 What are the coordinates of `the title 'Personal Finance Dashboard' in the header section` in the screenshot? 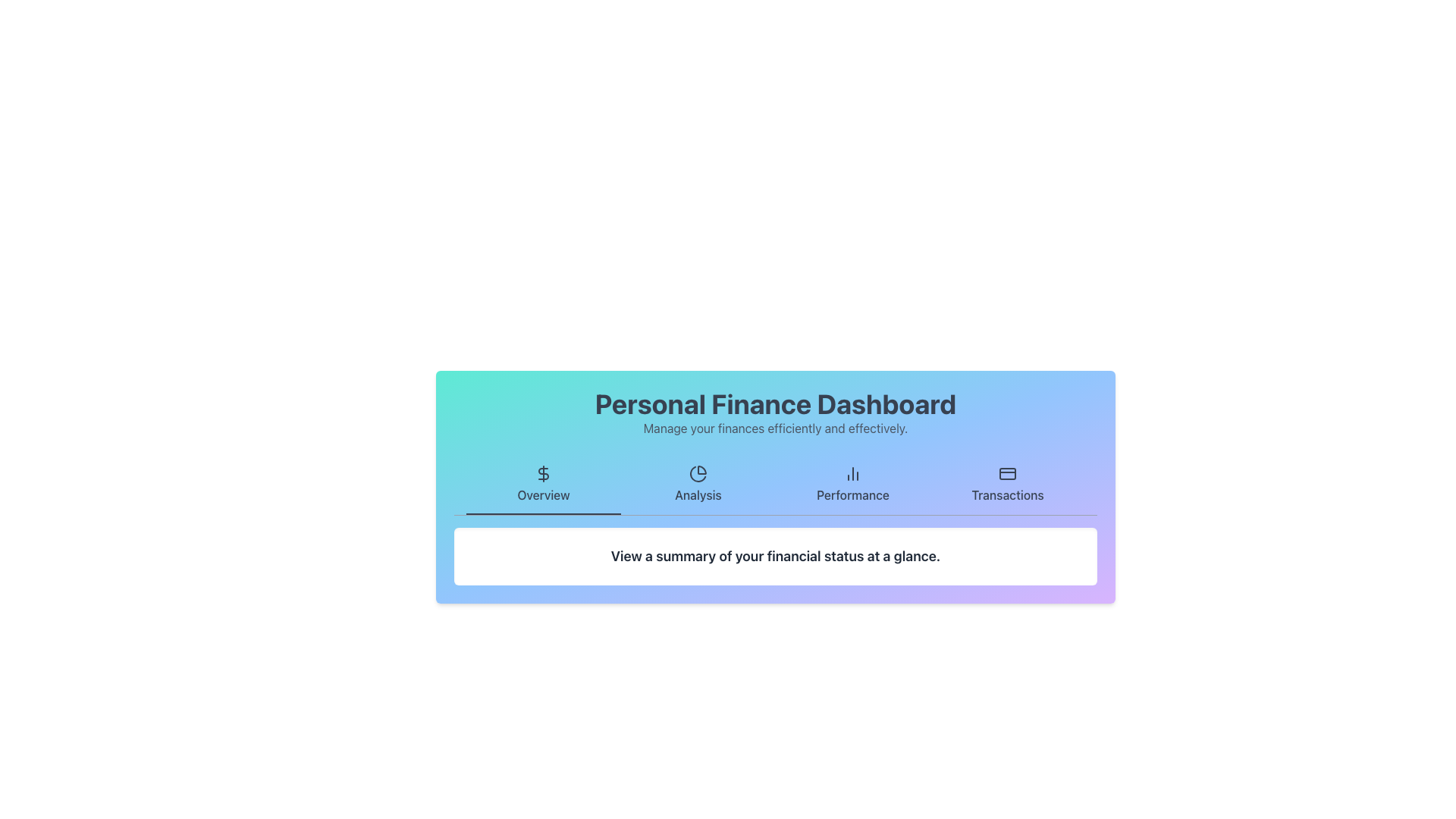 It's located at (775, 413).